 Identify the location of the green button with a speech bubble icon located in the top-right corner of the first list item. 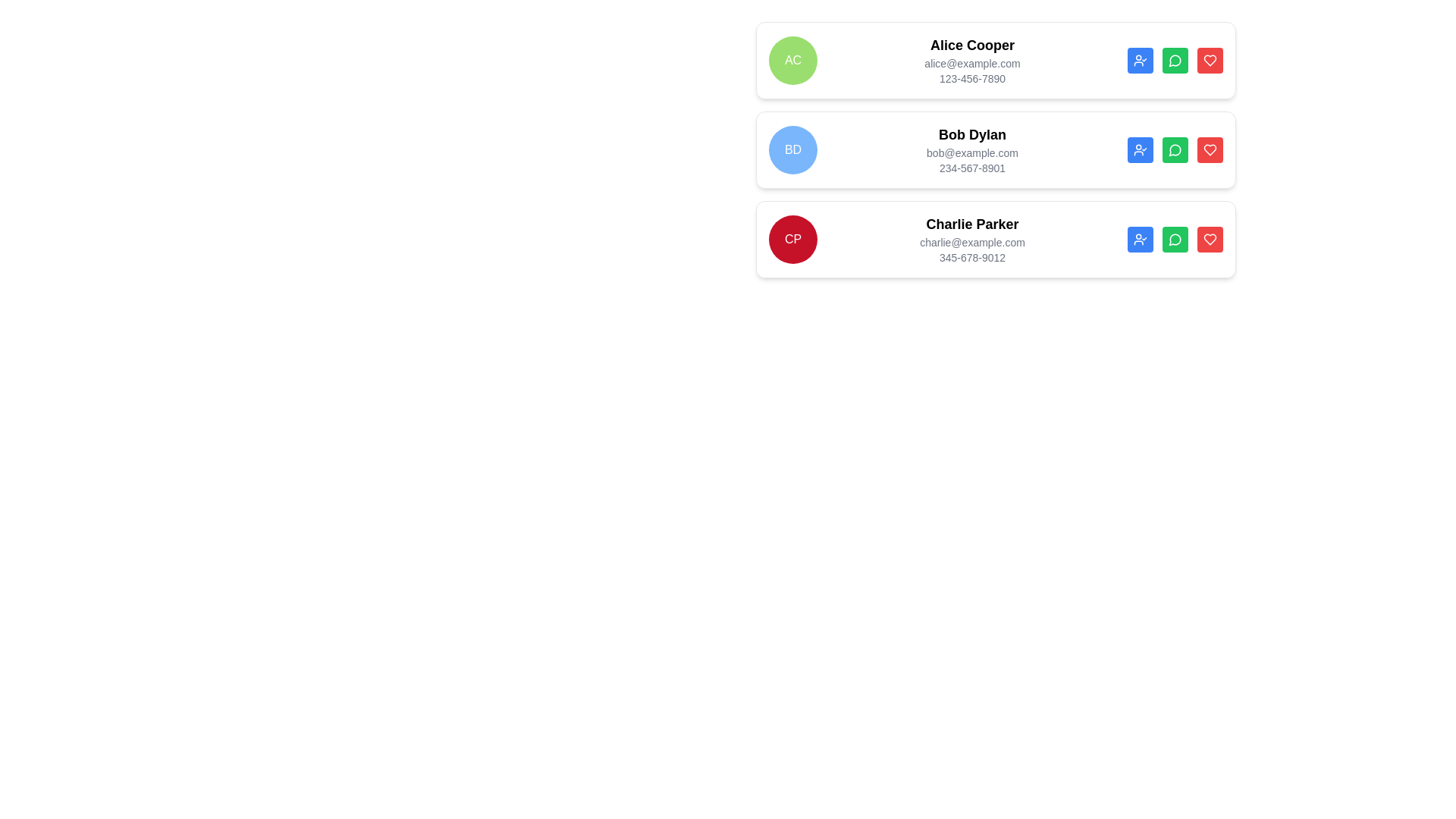
(1175, 60).